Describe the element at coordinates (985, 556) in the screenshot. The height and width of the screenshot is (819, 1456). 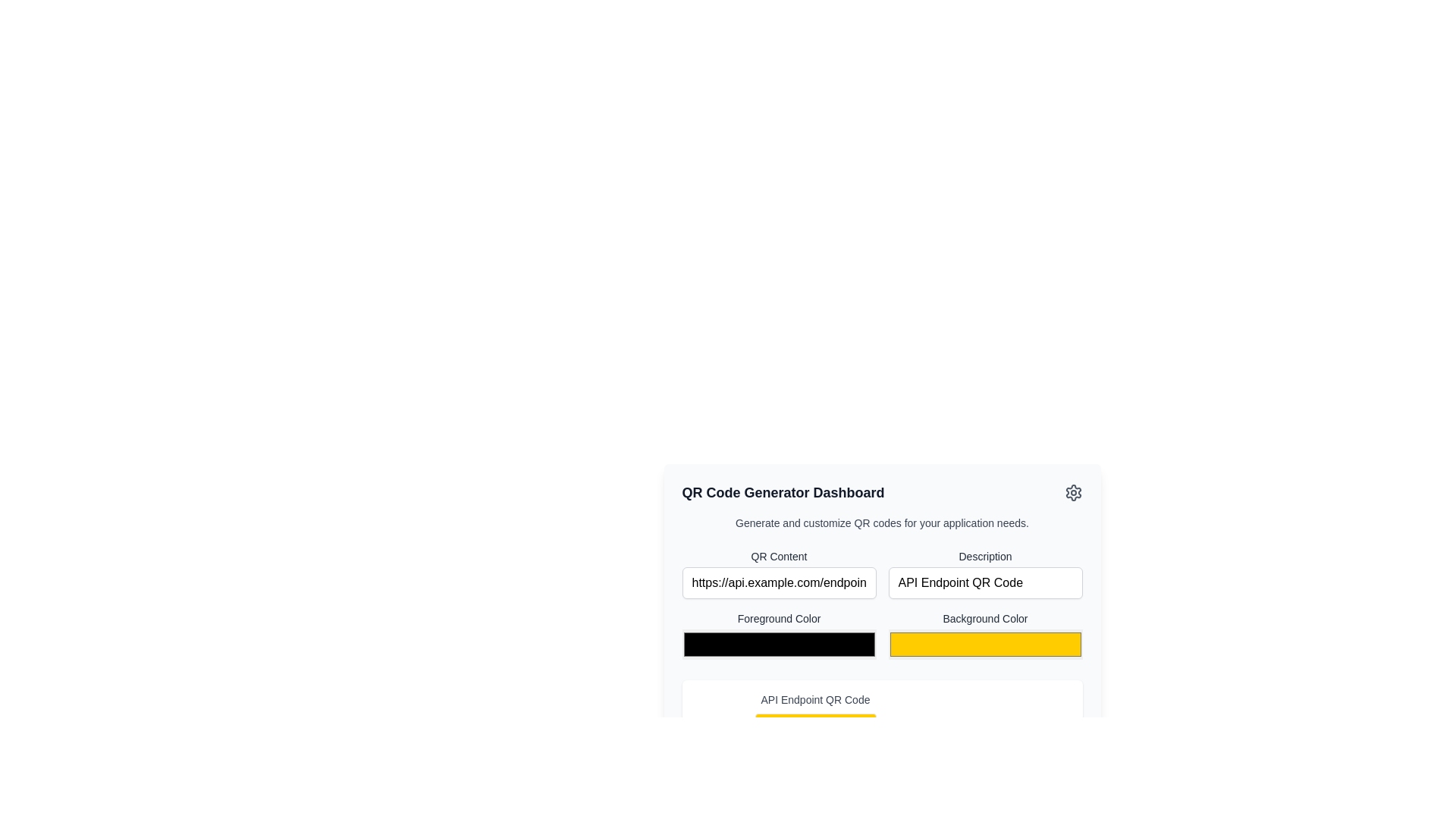
I see `the Static Label Text that reads 'Description', which is styled in medium size font and gray tone, located at the top center of a form group above the input field labeled 'API Endpoint QR Code'` at that location.